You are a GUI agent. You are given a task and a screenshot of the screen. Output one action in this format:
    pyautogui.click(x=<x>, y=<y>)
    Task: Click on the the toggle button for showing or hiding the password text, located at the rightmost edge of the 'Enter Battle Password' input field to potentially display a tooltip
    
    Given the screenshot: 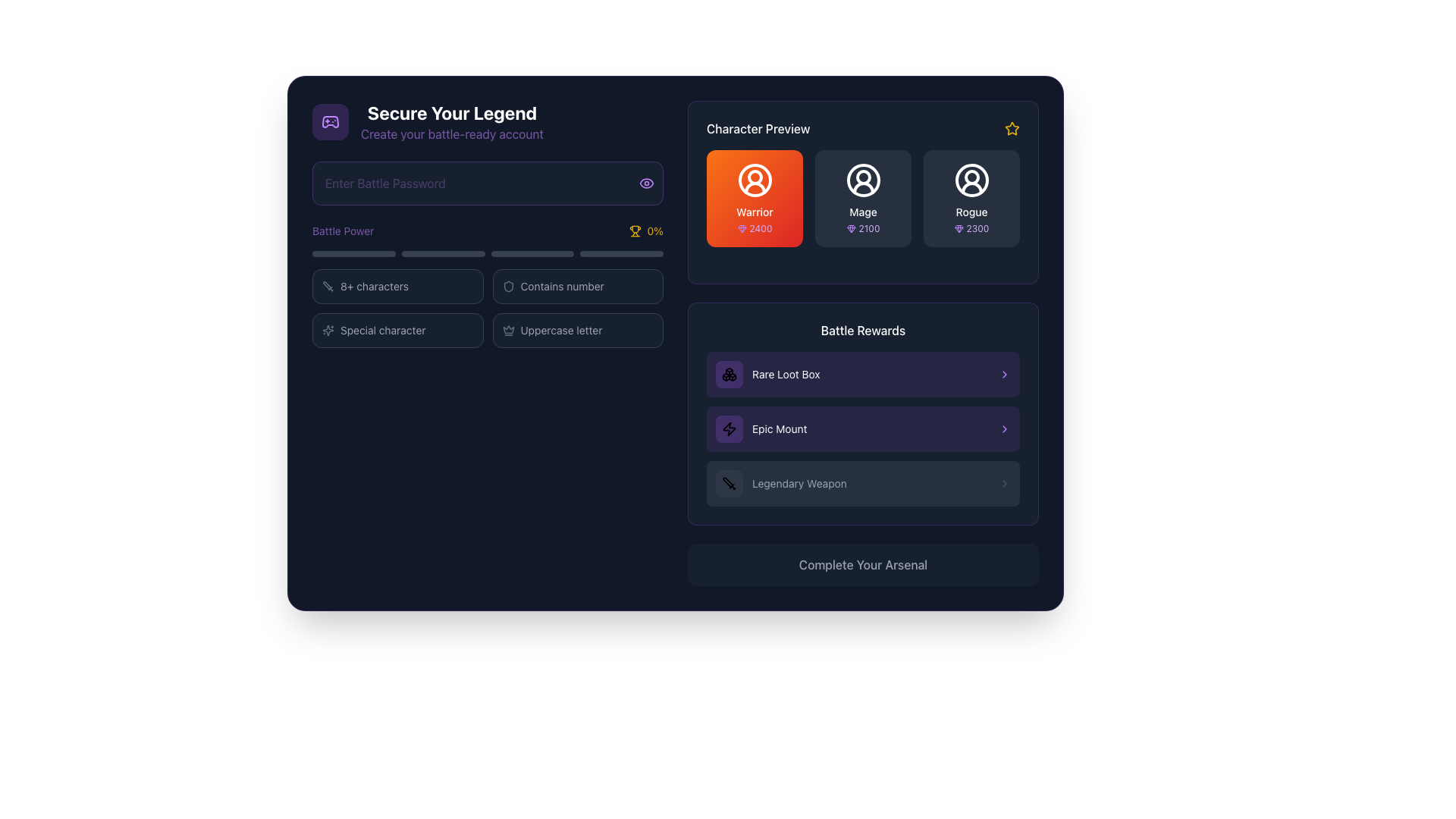 What is the action you would take?
    pyautogui.click(x=647, y=183)
    